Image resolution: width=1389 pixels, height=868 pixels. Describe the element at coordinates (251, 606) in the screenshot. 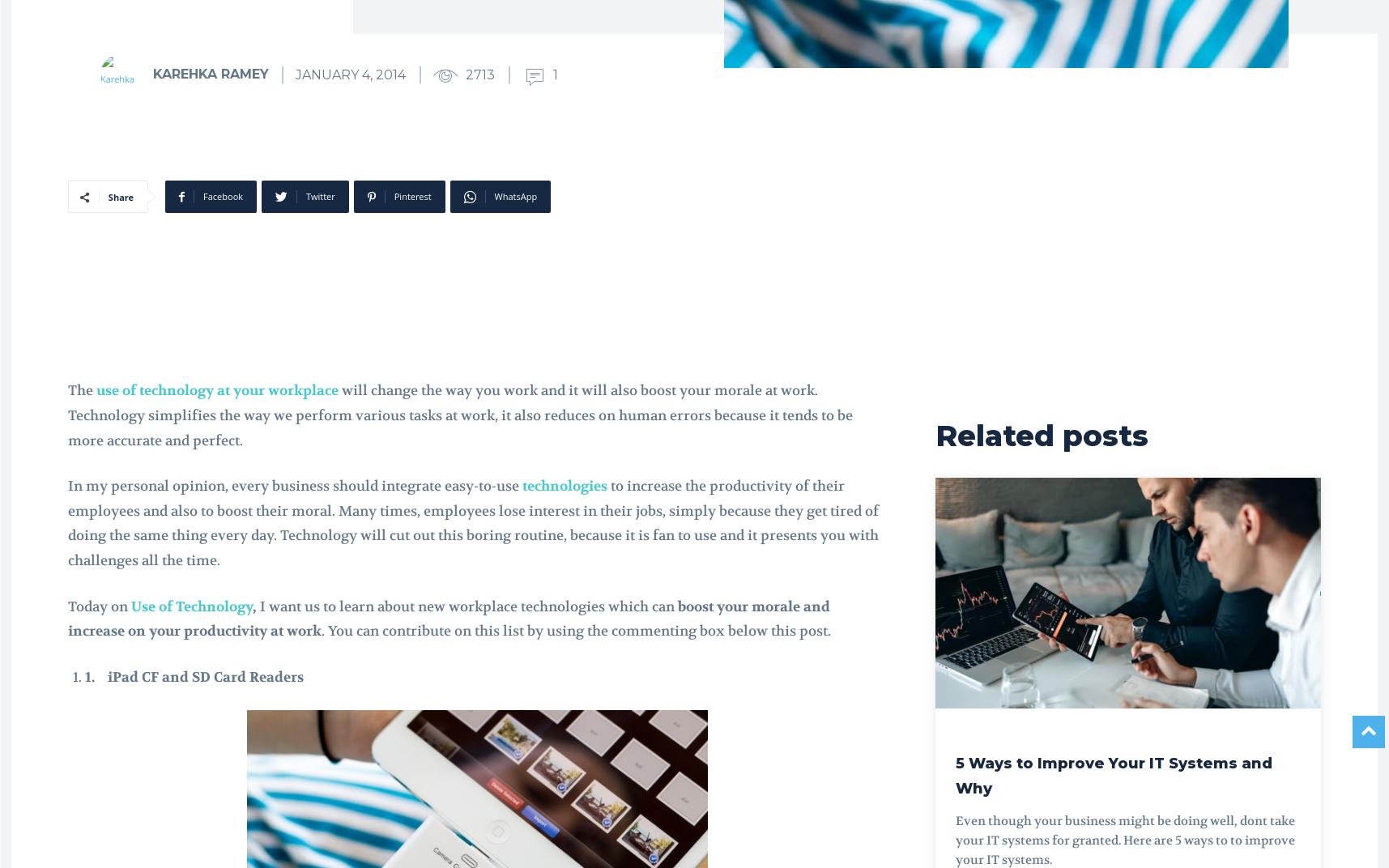

I see `','` at that location.